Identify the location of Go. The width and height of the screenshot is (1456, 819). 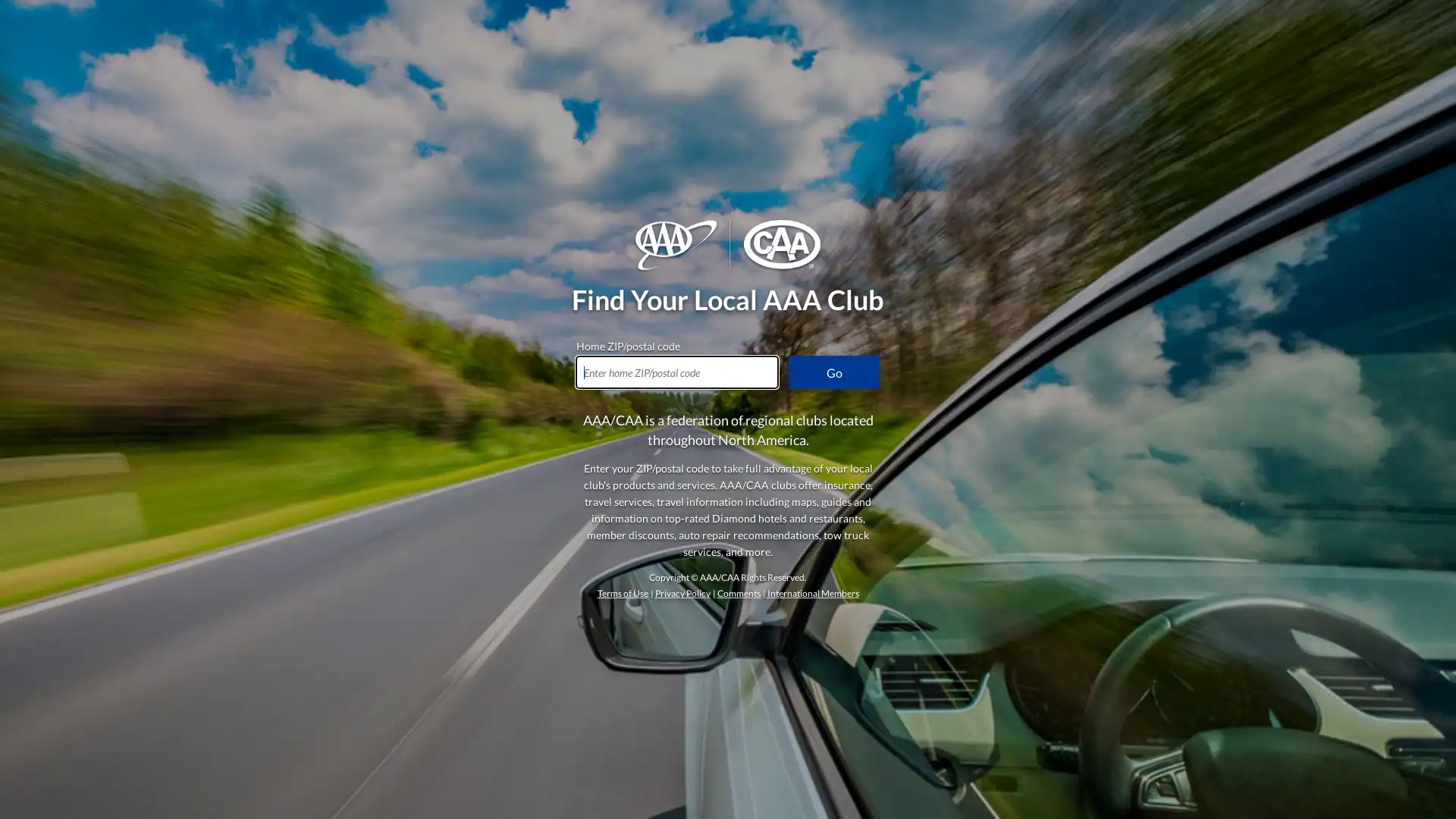
(833, 372).